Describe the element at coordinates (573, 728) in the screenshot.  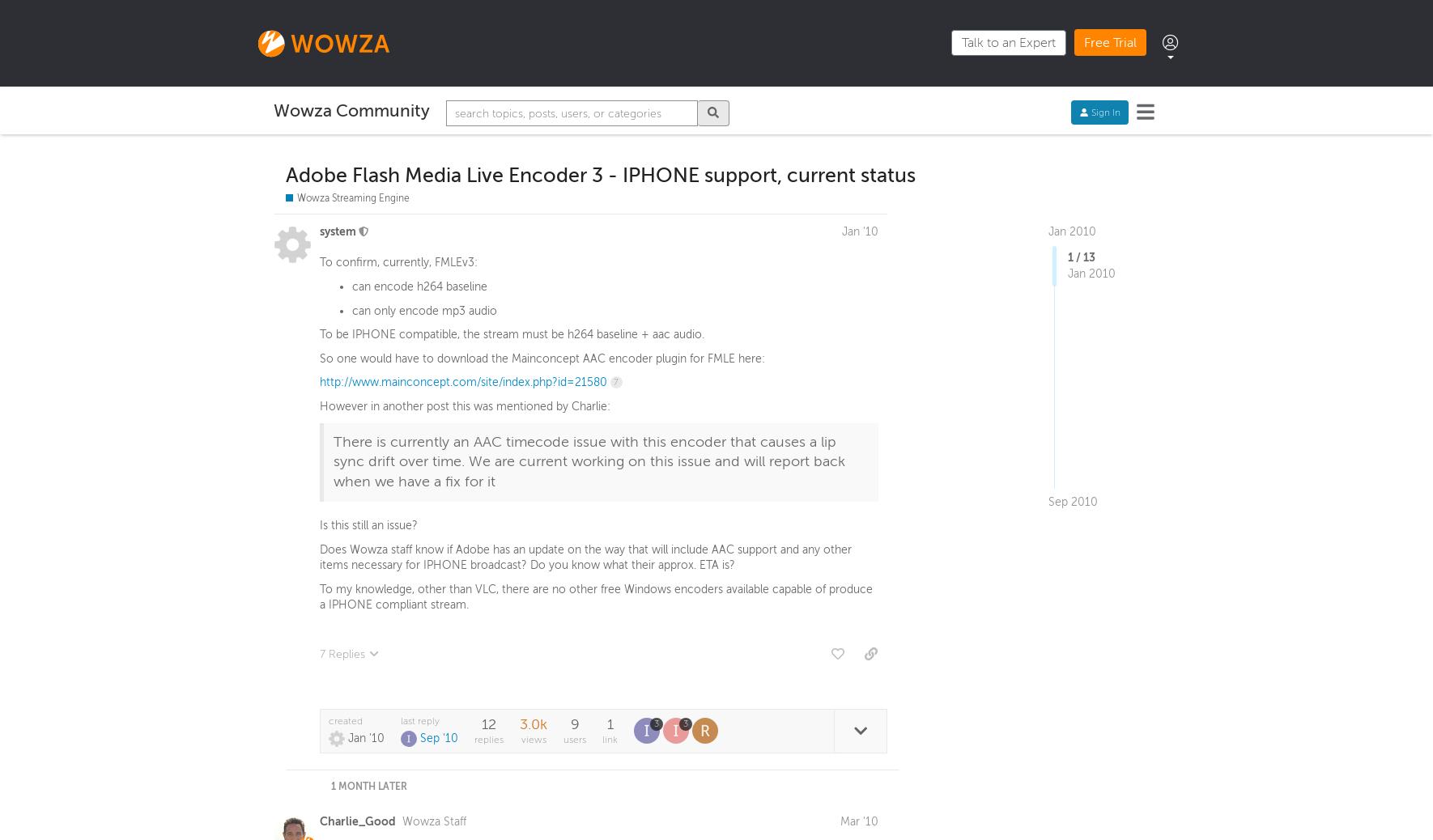
I see `'9'` at that location.